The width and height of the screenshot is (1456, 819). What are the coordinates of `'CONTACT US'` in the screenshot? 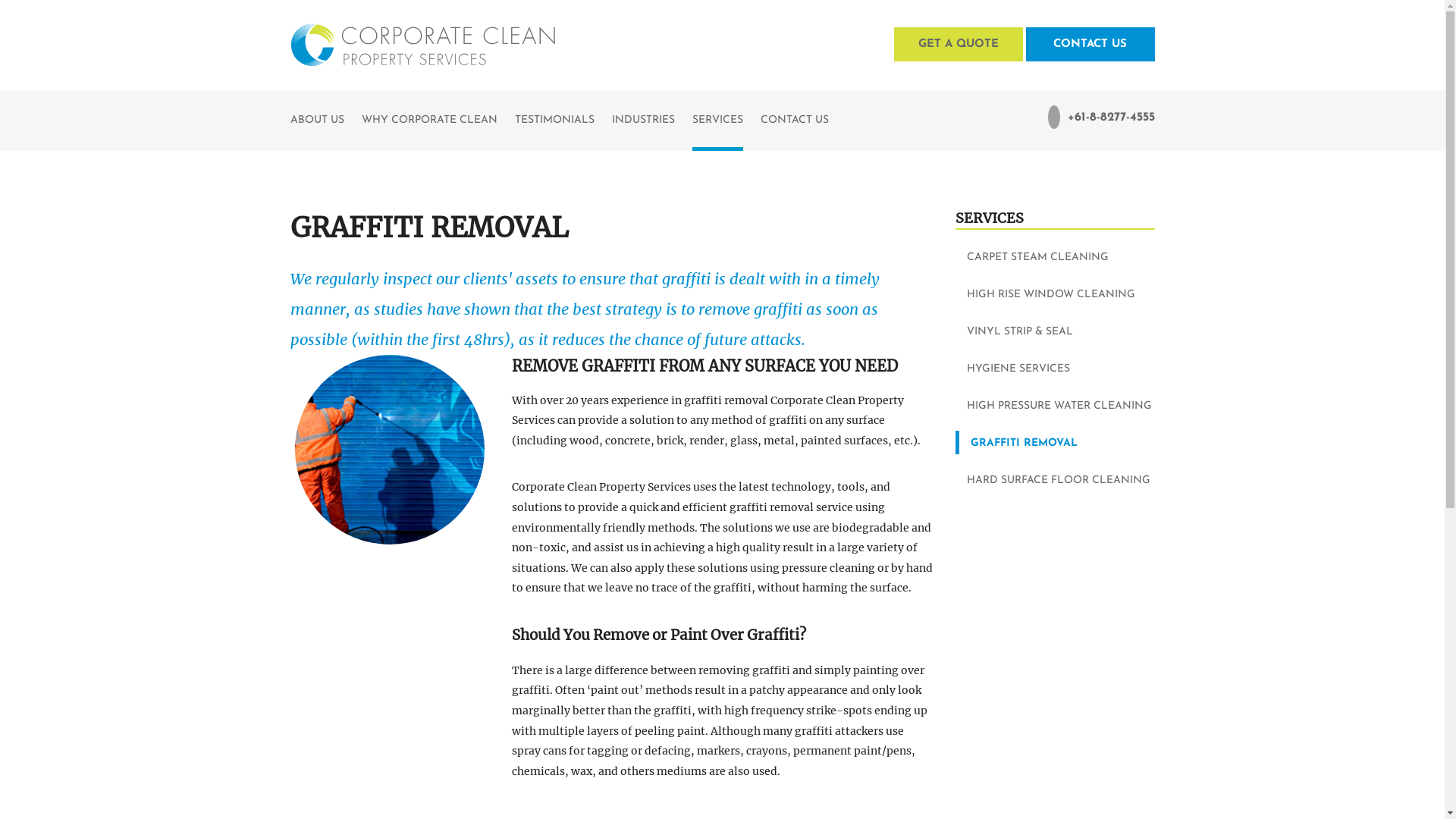 It's located at (792, 119).